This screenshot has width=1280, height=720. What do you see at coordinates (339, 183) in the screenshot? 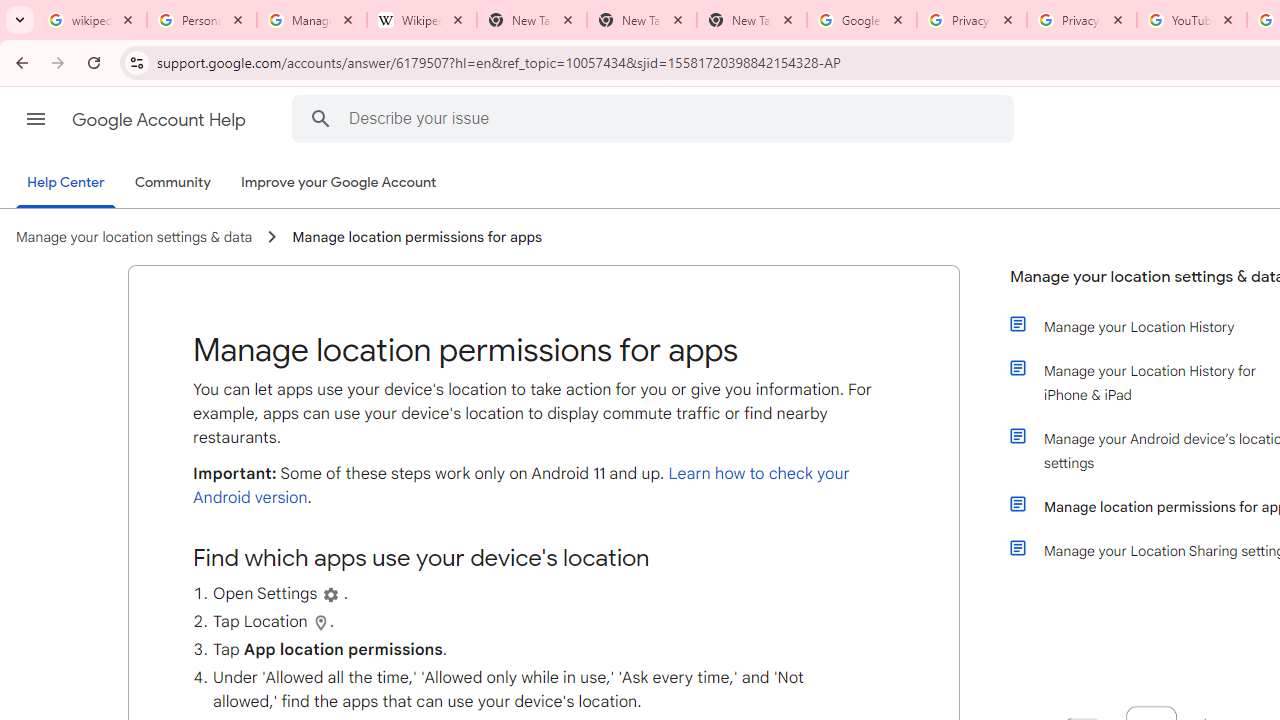
I see `'Improve your Google Account'` at bounding box center [339, 183].